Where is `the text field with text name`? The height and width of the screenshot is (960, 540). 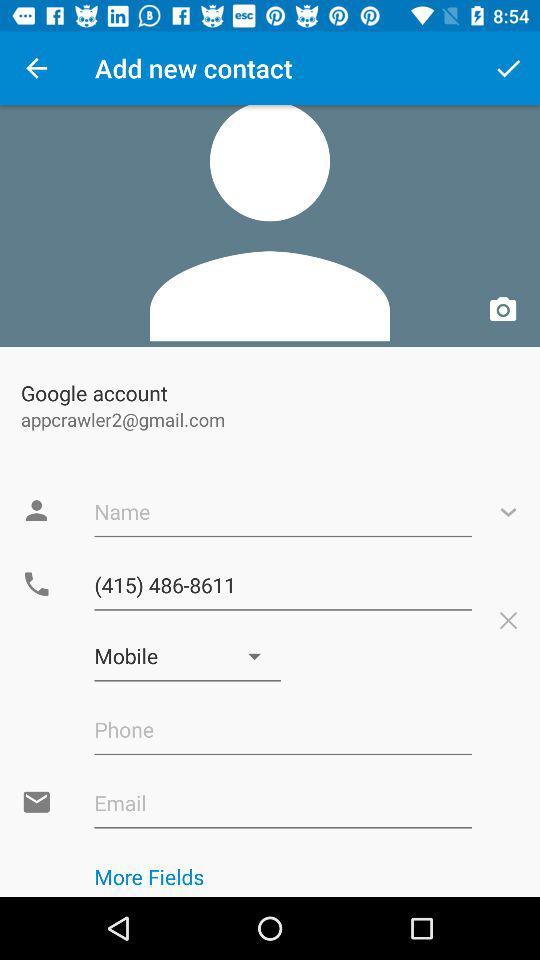
the text field with text name is located at coordinates (282, 511).